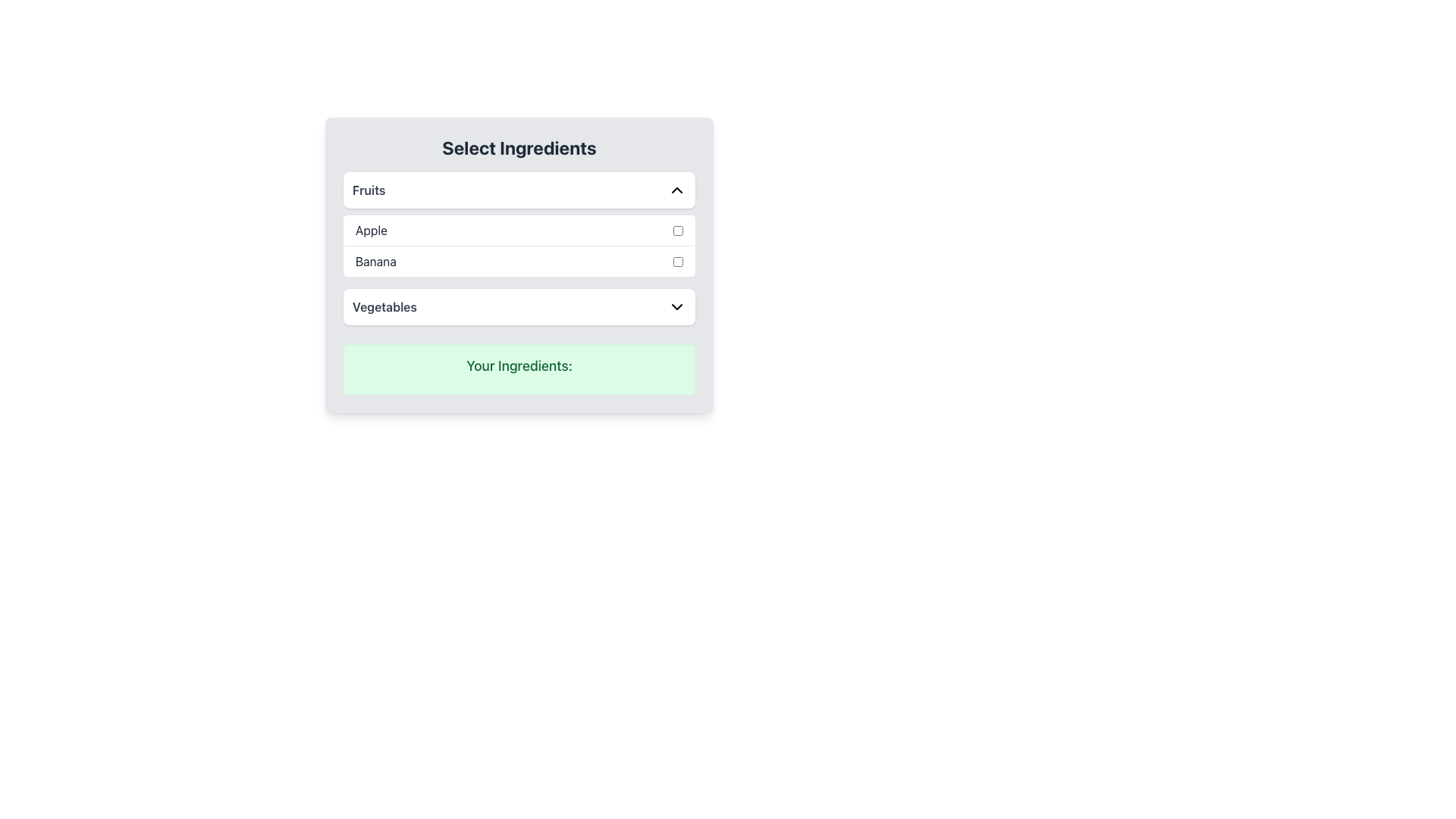 Image resolution: width=1456 pixels, height=819 pixels. Describe the element at coordinates (519, 366) in the screenshot. I see `the static text label displaying 'Your Ingredients:' which is bold green text on a light green background, located at the bottom of the 'Select Ingredients' card` at that location.